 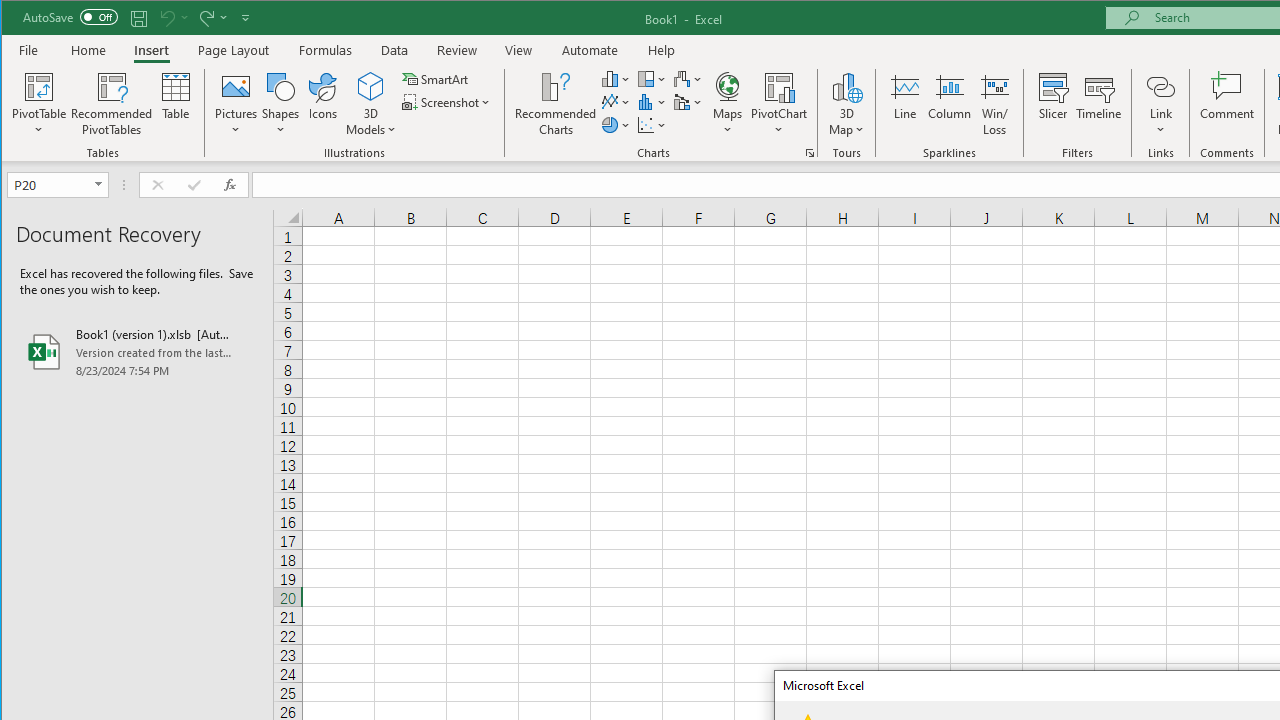 I want to click on 'PivotChart', so click(x=778, y=85).